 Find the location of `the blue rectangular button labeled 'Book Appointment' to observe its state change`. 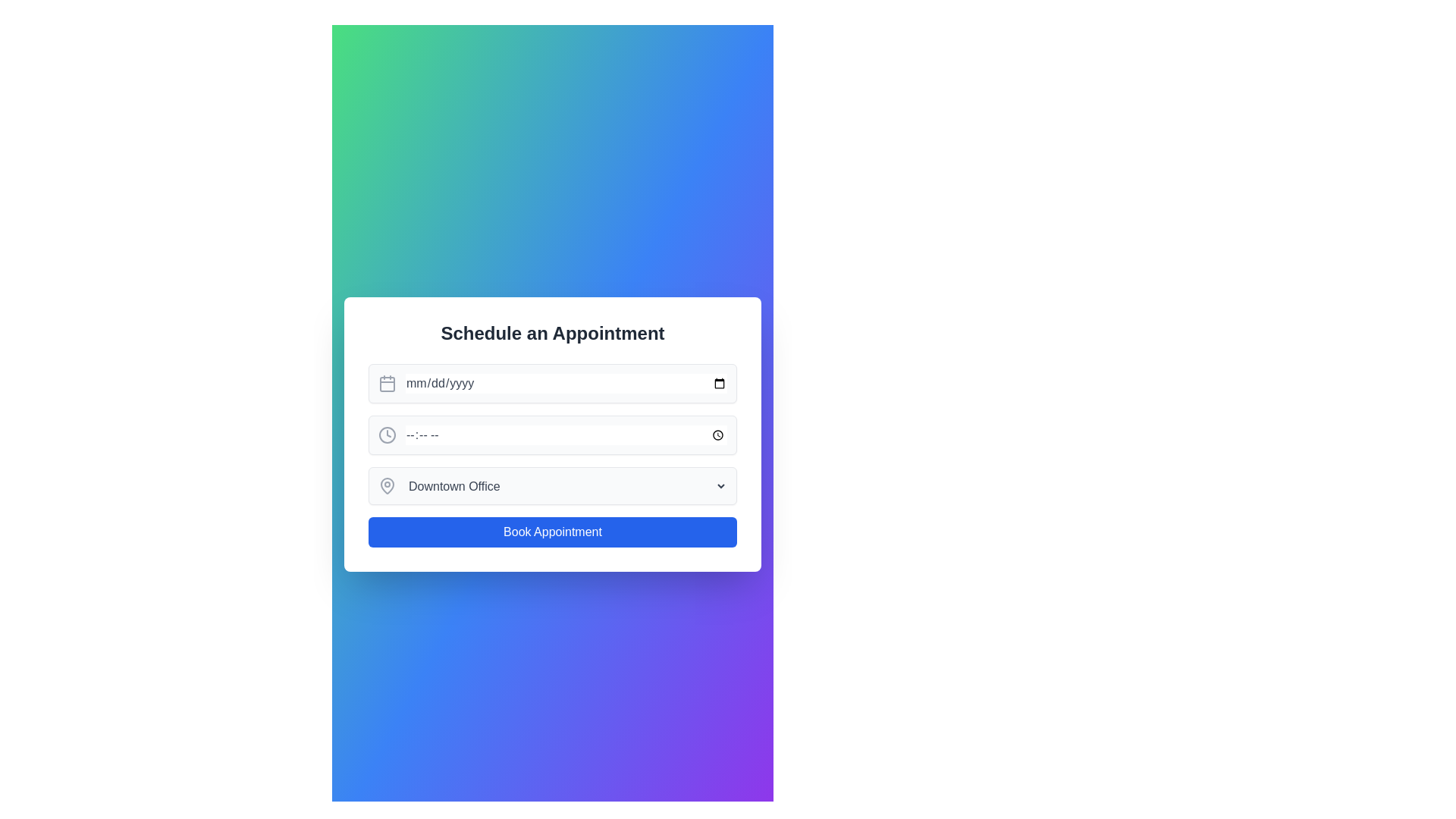

the blue rectangular button labeled 'Book Appointment' to observe its state change is located at coordinates (552, 532).